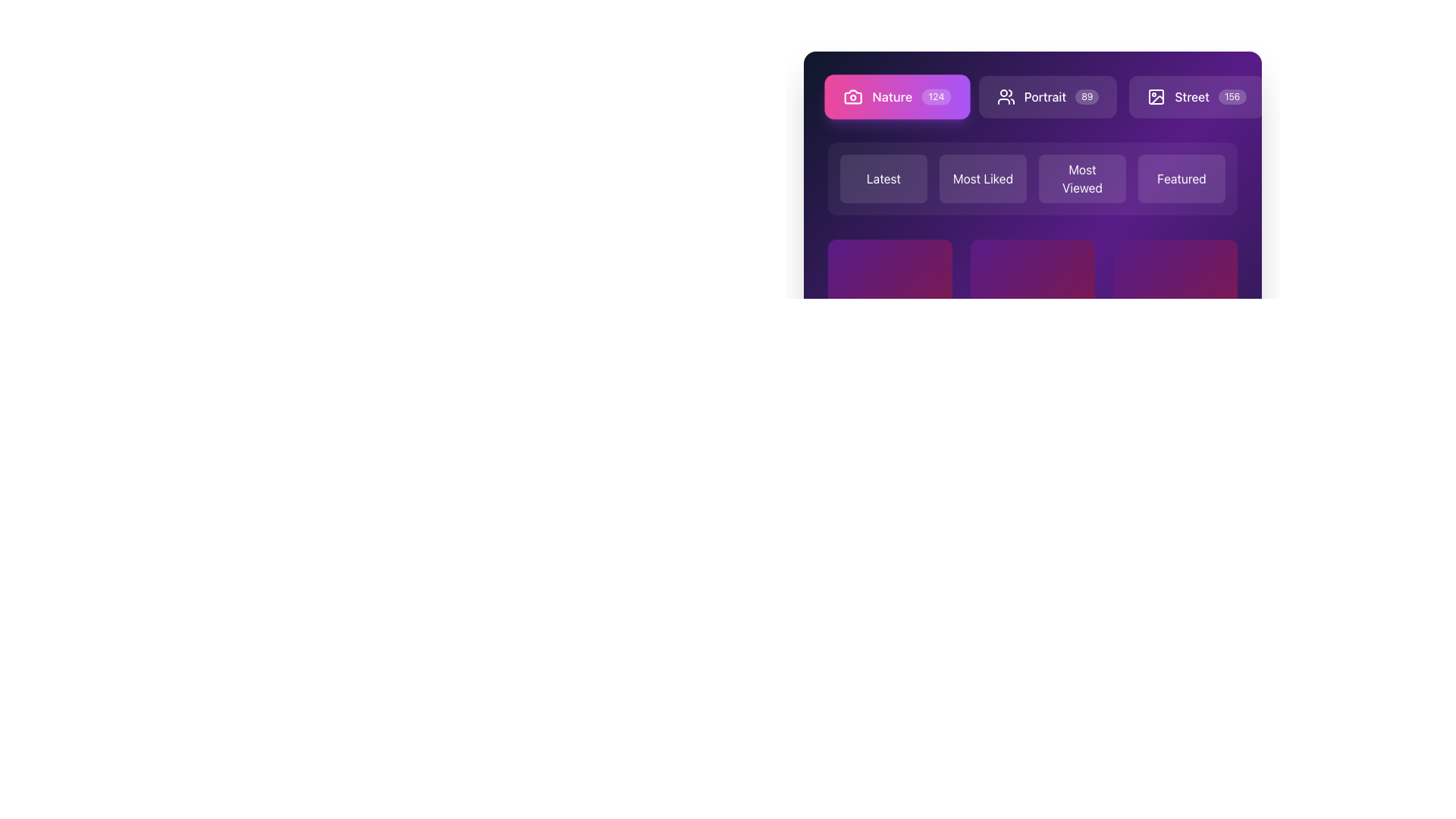 The image size is (1456, 819). I want to click on the decorative icon representing the 'Street' category located within the interactive button labeled 'Street', so click(1156, 96).